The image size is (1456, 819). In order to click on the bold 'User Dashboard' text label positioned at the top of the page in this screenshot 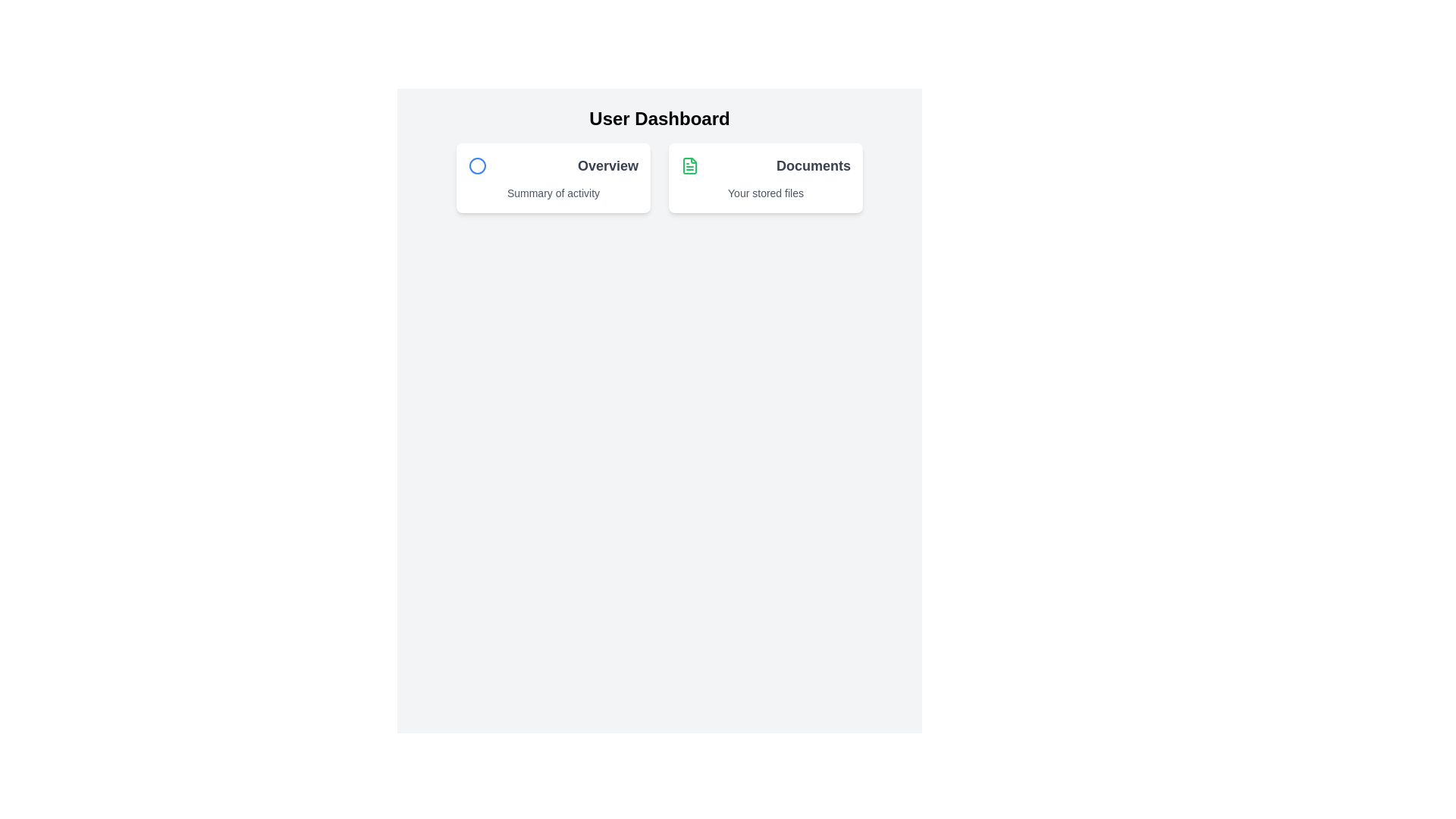, I will do `click(659, 118)`.